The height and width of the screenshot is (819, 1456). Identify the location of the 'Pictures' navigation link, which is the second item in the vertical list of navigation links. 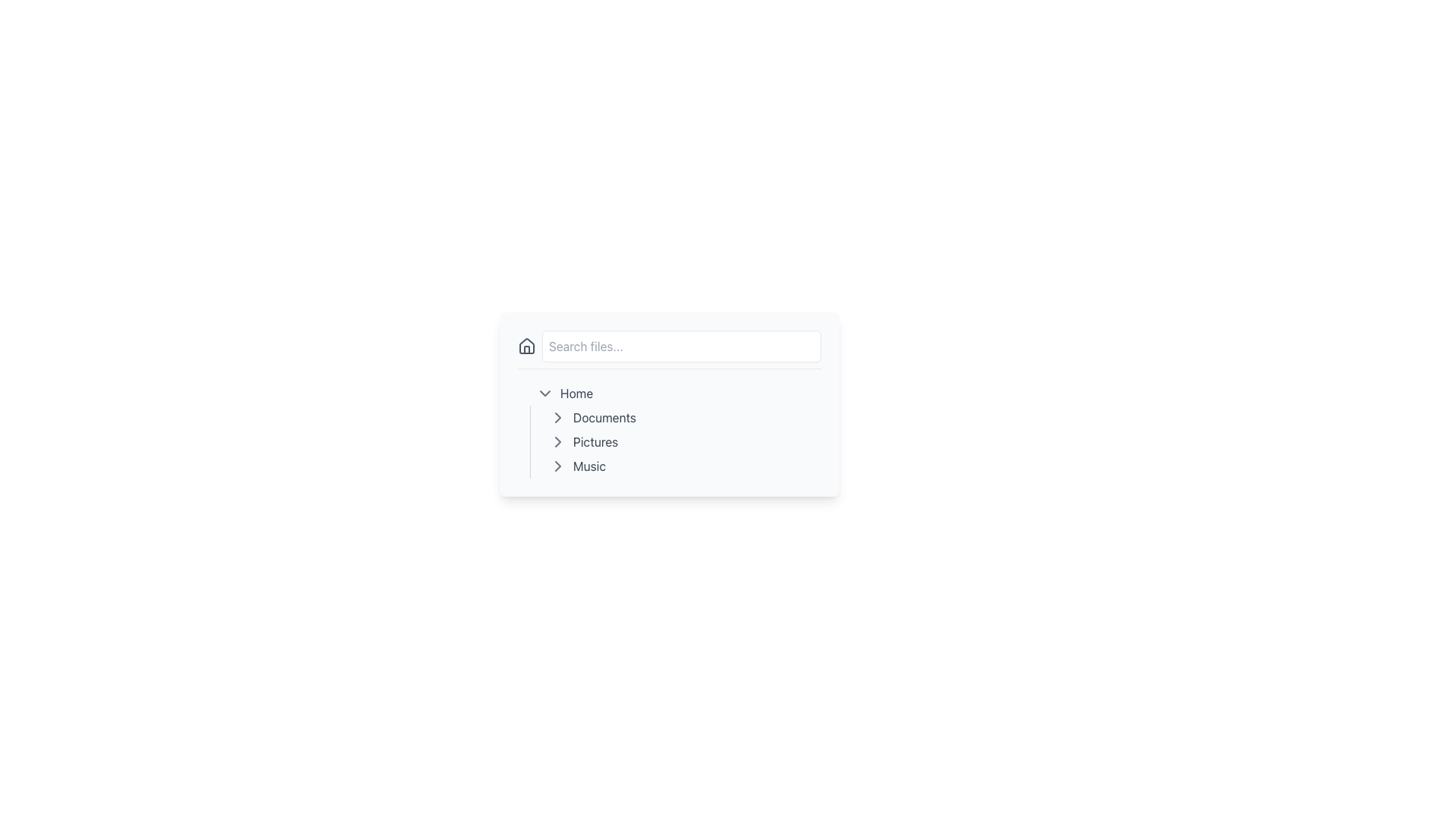
(675, 441).